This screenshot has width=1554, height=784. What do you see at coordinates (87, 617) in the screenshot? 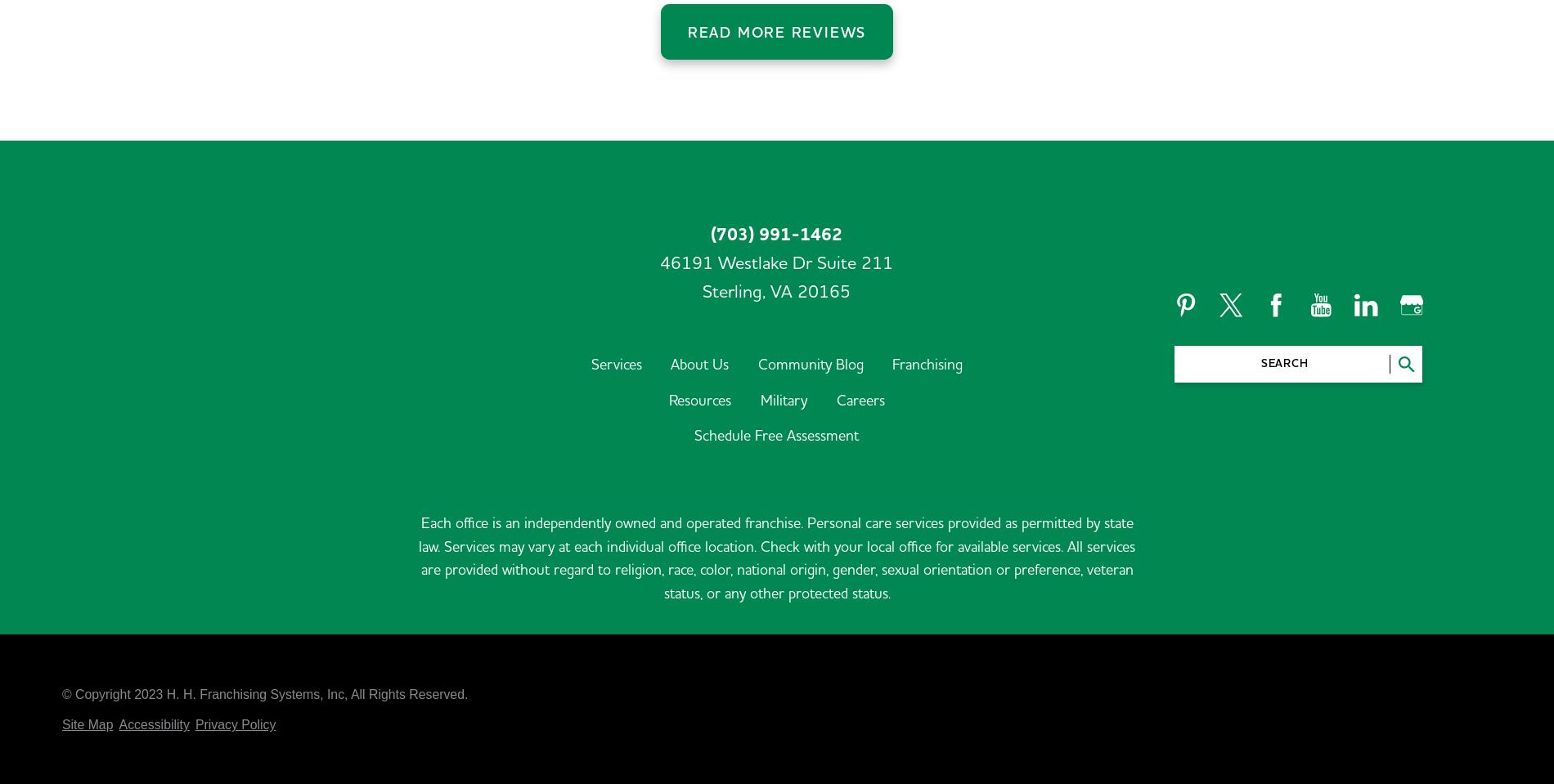
I see `'Site Map'` at bounding box center [87, 617].